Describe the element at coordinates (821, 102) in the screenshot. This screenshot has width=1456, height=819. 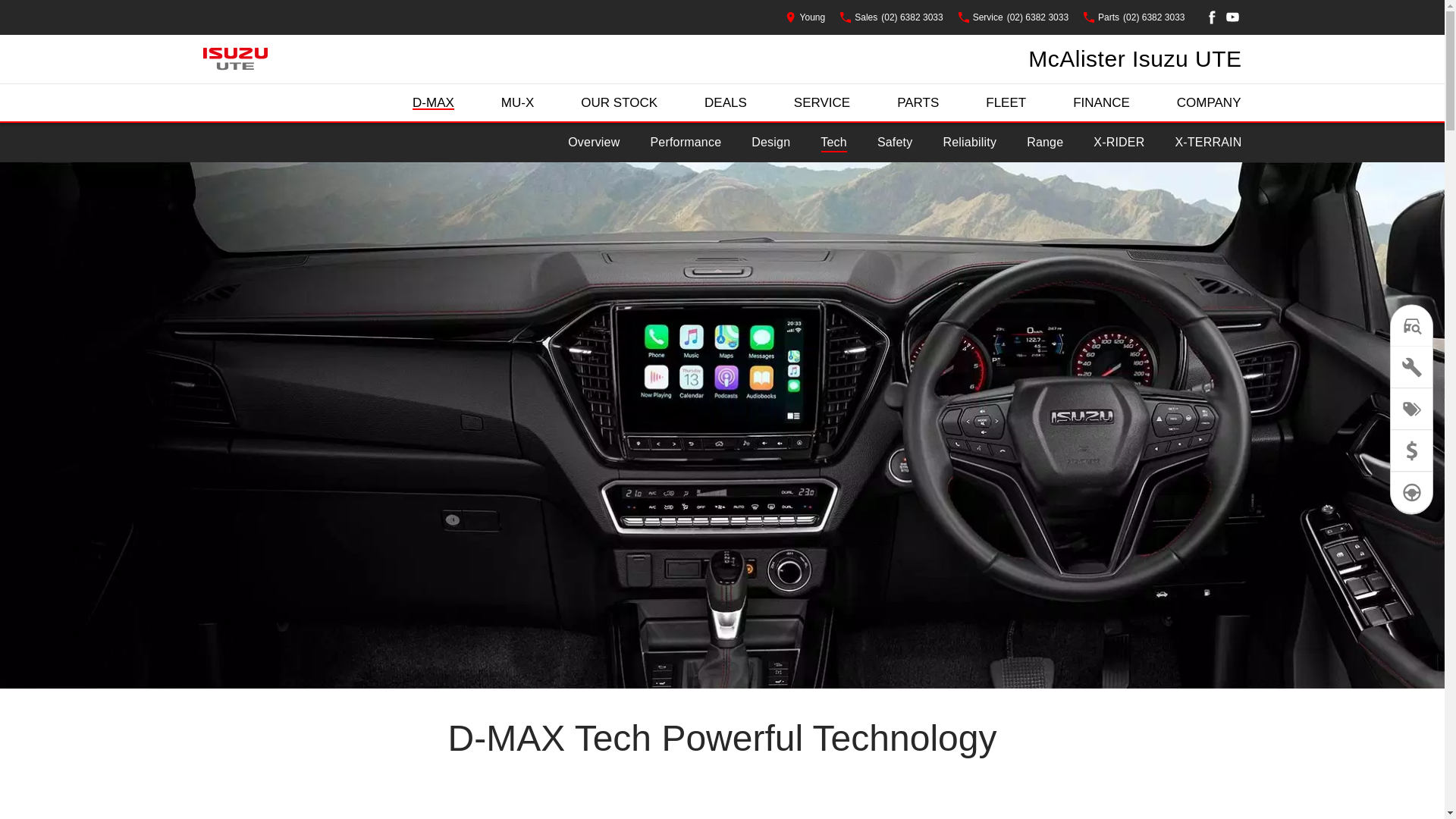
I see `'SERVICE'` at that location.